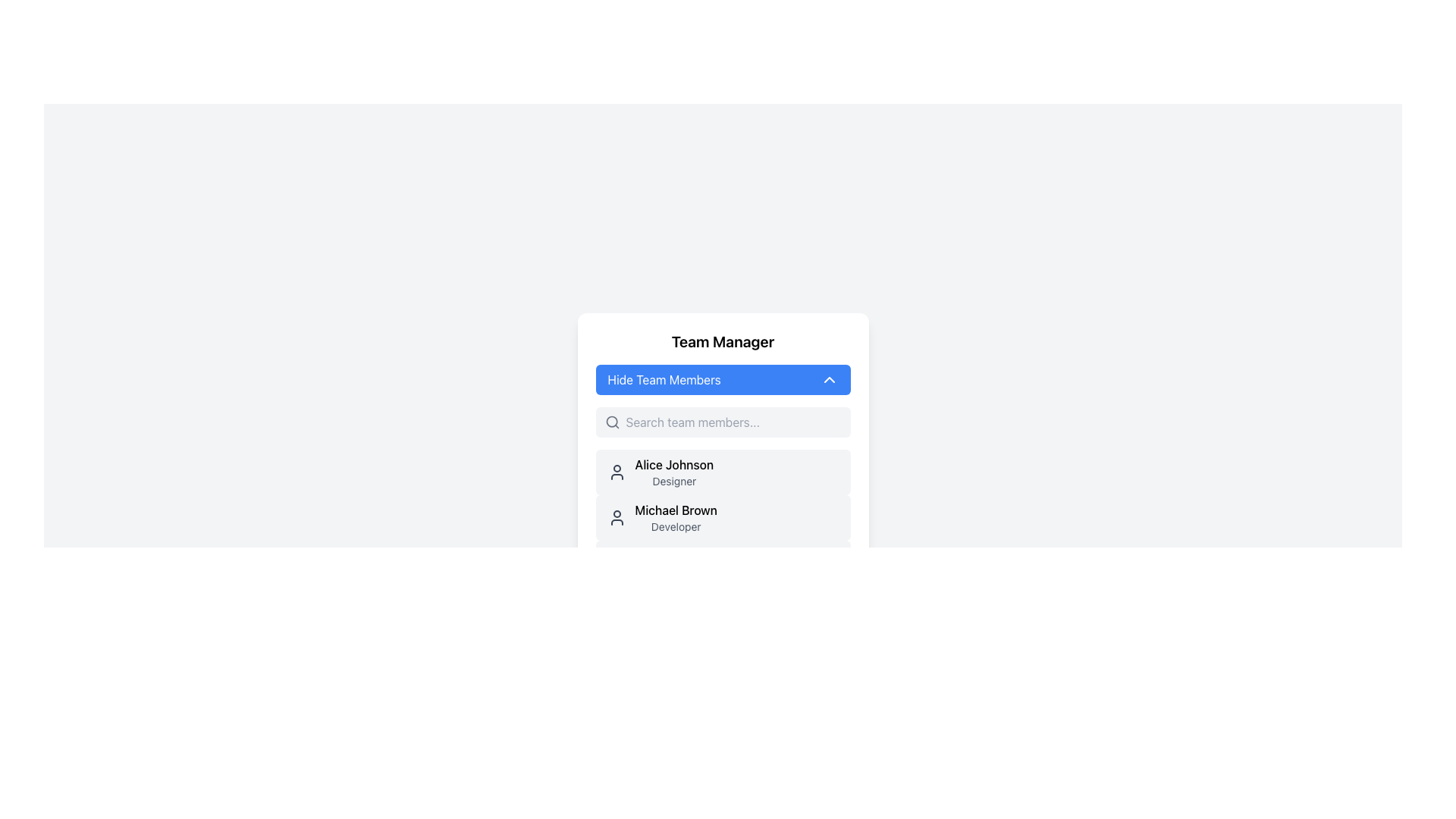 This screenshot has width=1456, height=819. Describe the element at coordinates (733, 422) in the screenshot. I see `the text input field with the placeholder 'Search team members...'` at that location.